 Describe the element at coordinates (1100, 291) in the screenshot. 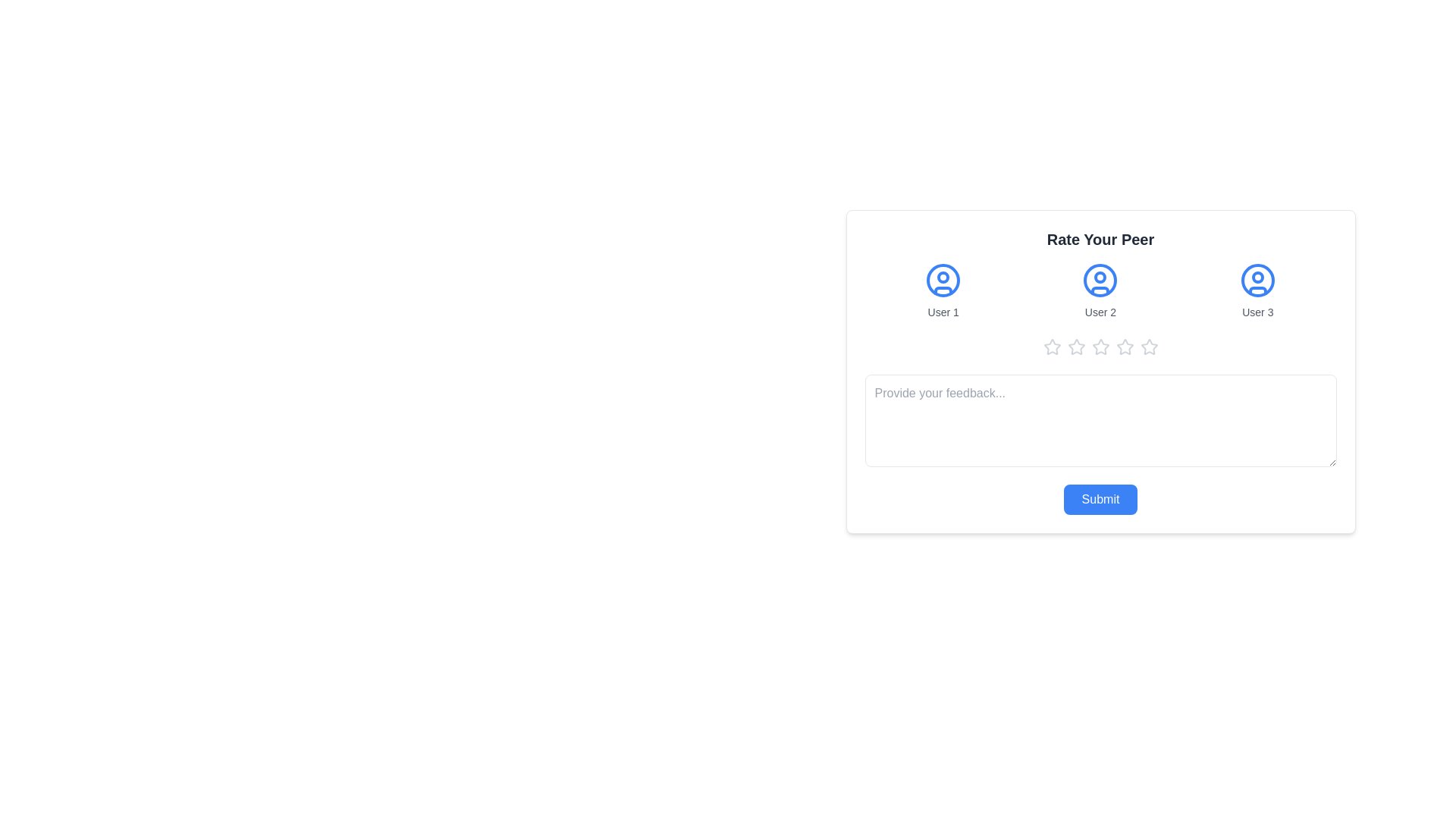

I see `the avatar and label of User 2` at that location.